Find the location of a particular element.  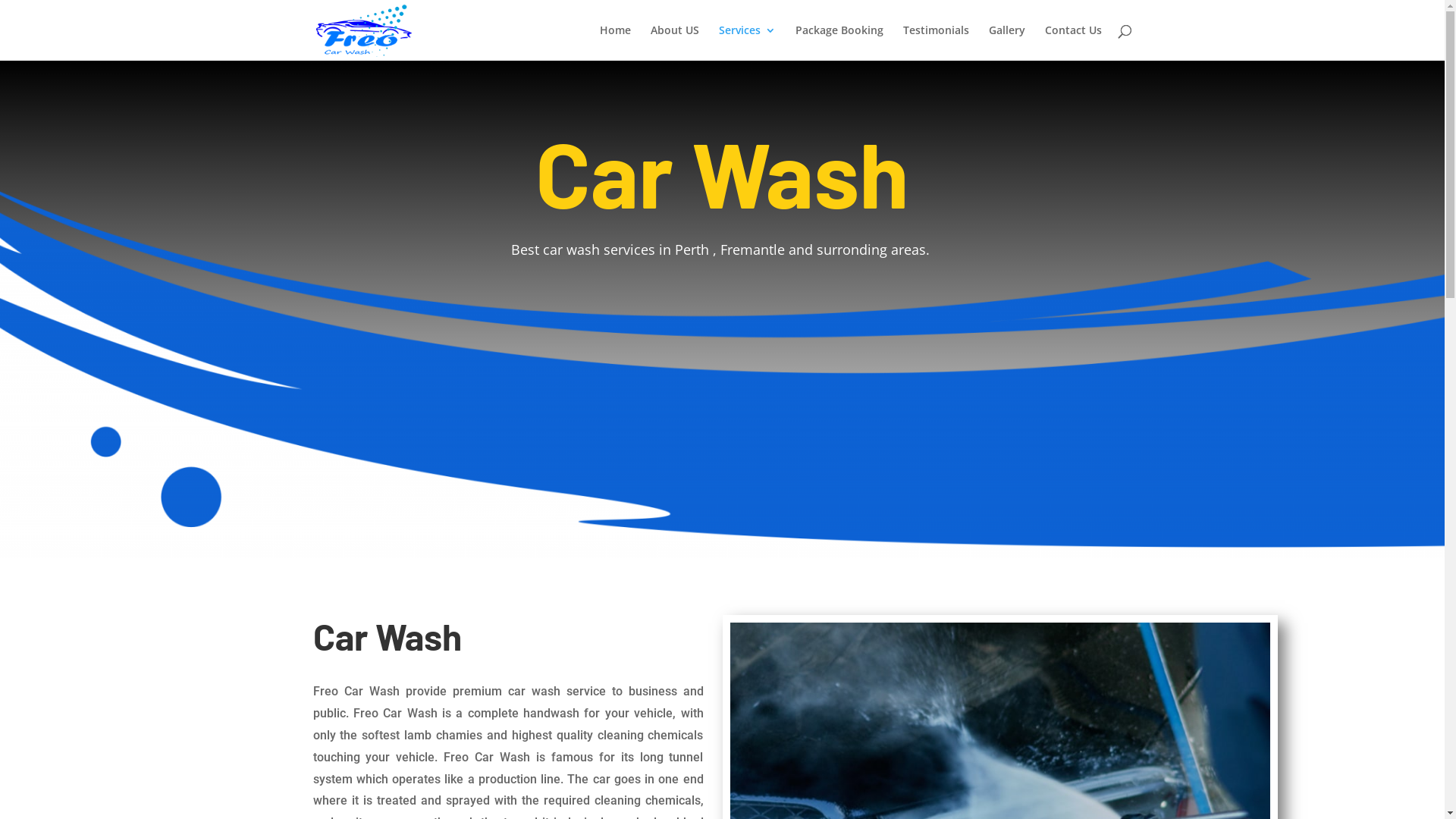

'Home' is located at coordinates (598, 42).